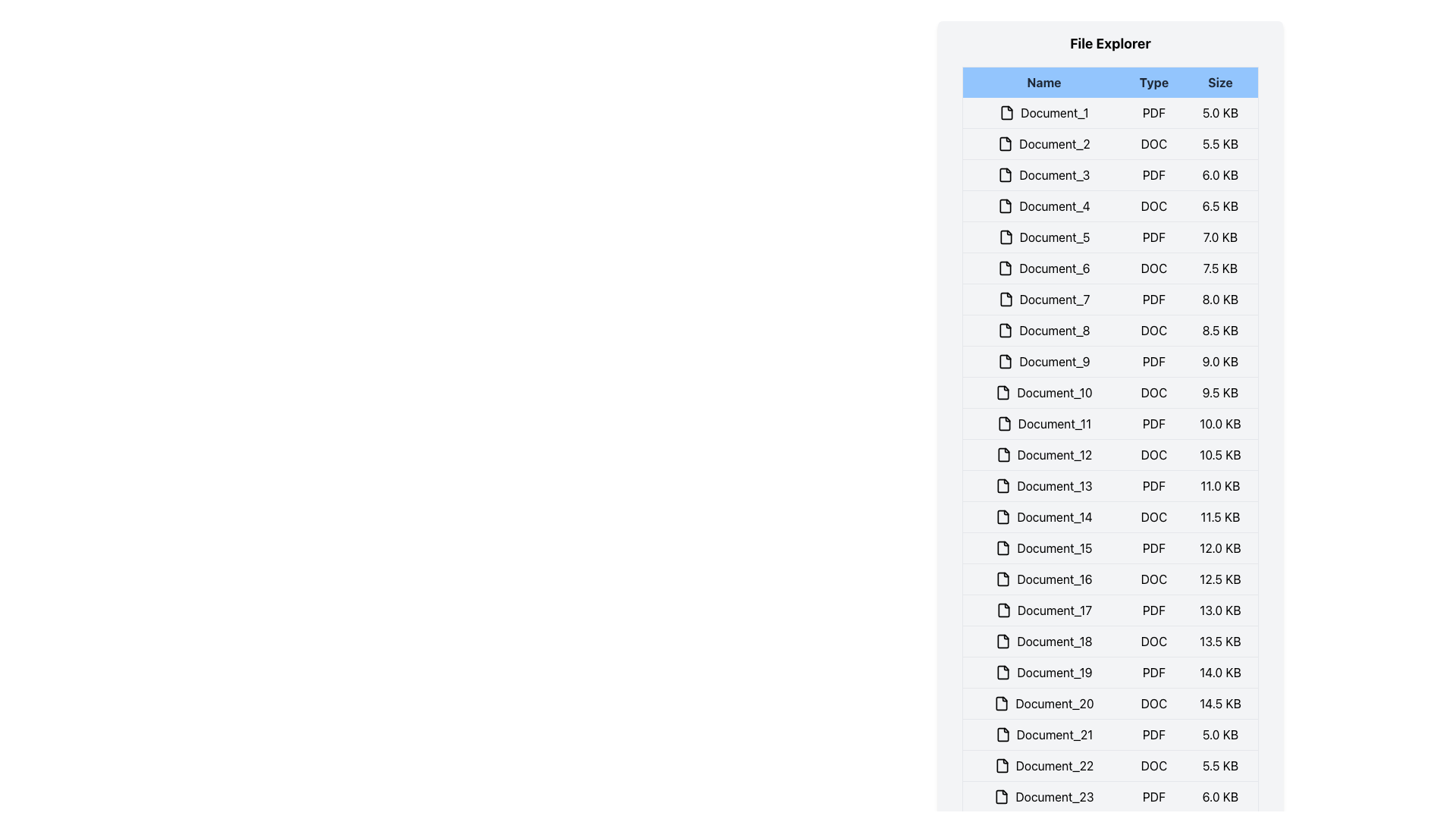  Describe the element at coordinates (1006, 299) in the screenshot. I see `the document icon labeled 'Document_7' in the seventh row of the file explorer interface` at that location.